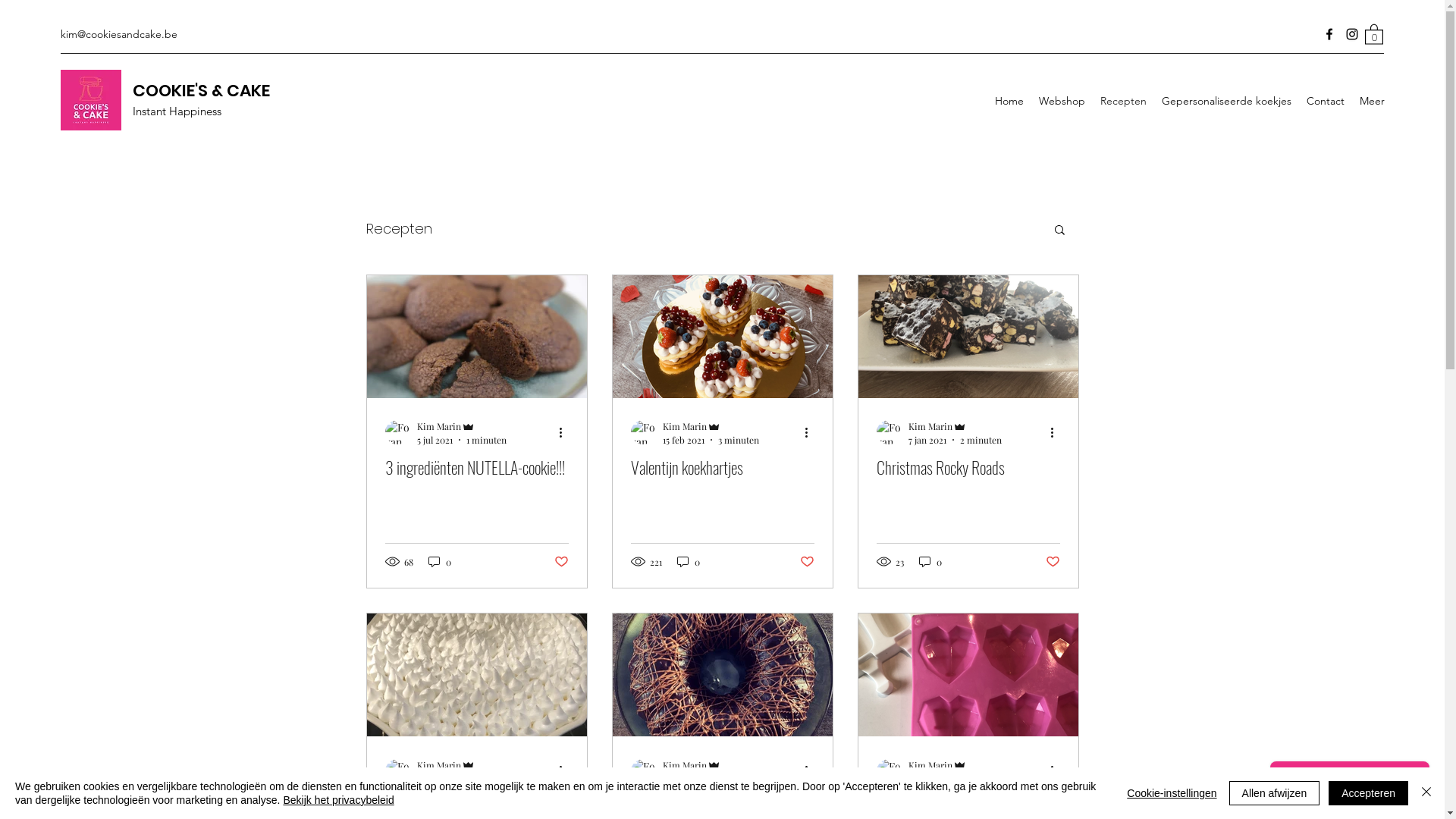  I want to click on 'Recepten', so click(1123, 100).